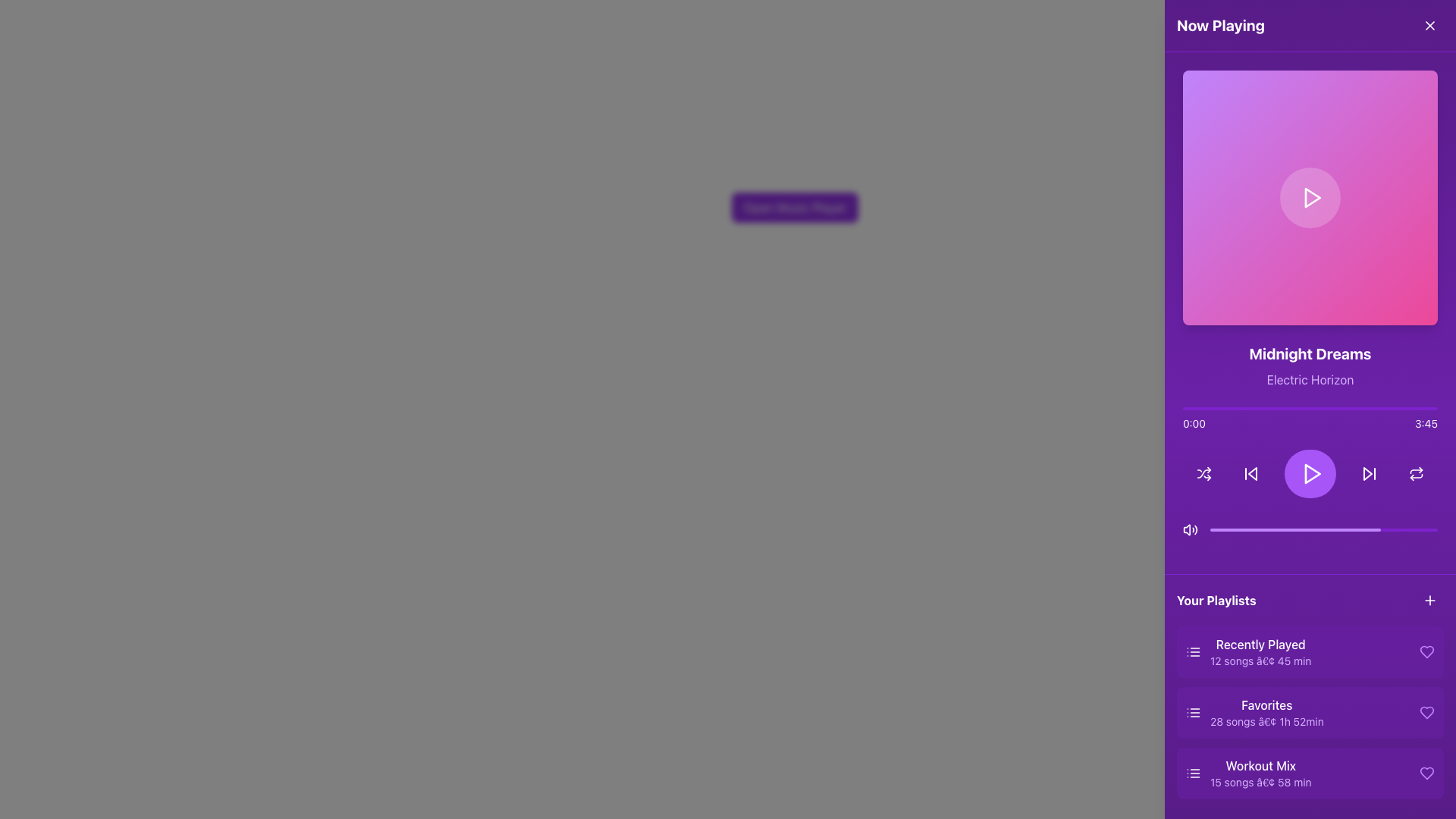  Describe the element at coordinates (1426, 713) in the screenshot. I see `the heart-shaped icon with a purple color scheme located beside the 'Favorites' playlist in the 'Your Playlists' section` at that location.